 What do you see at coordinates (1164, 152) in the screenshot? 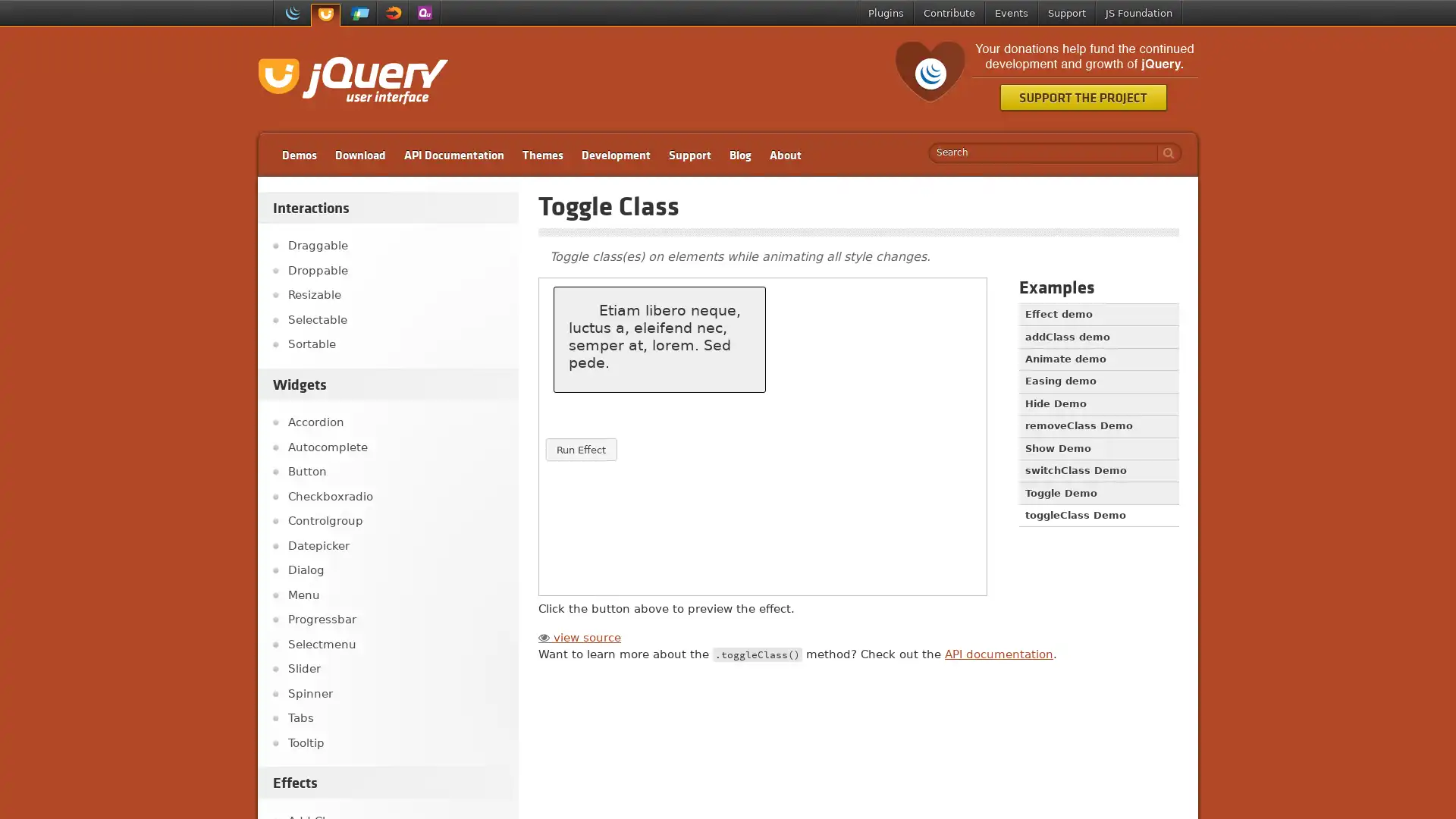
I see `search` at bounding box center [1164, 152].